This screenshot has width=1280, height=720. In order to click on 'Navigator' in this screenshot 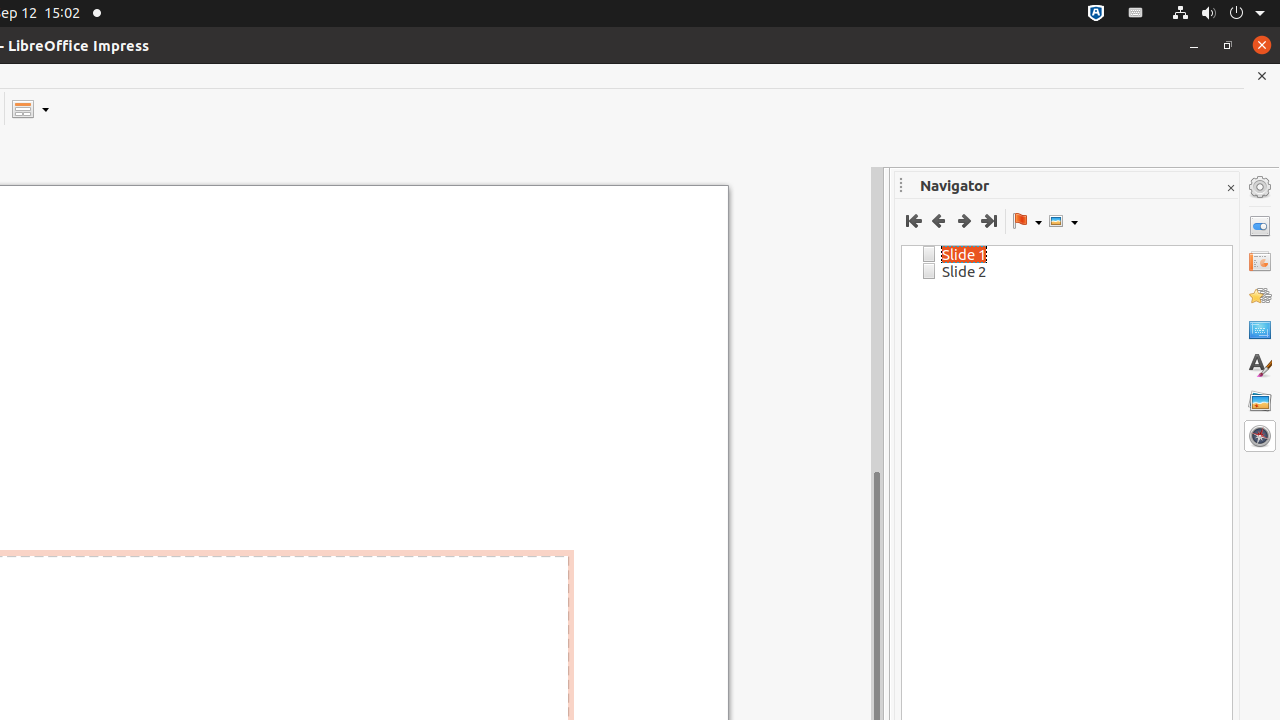, I will do `click(1259, 435)`.